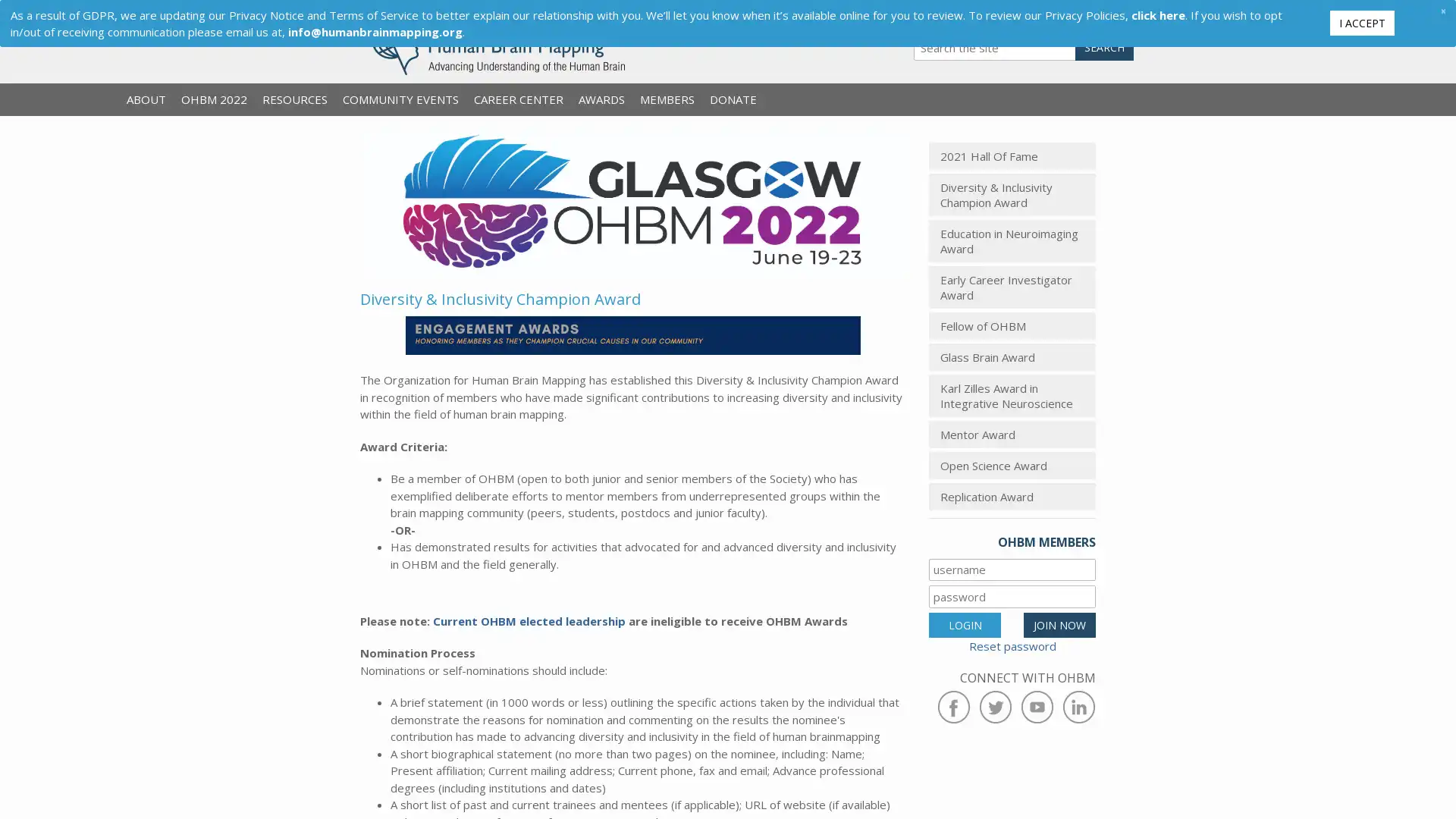 This screenshot has width=1456, height=819. What do you see at coordinates (1059, 624) in the screenshot?
I see `JOIN NOW` at bounding box center [1059, 624].